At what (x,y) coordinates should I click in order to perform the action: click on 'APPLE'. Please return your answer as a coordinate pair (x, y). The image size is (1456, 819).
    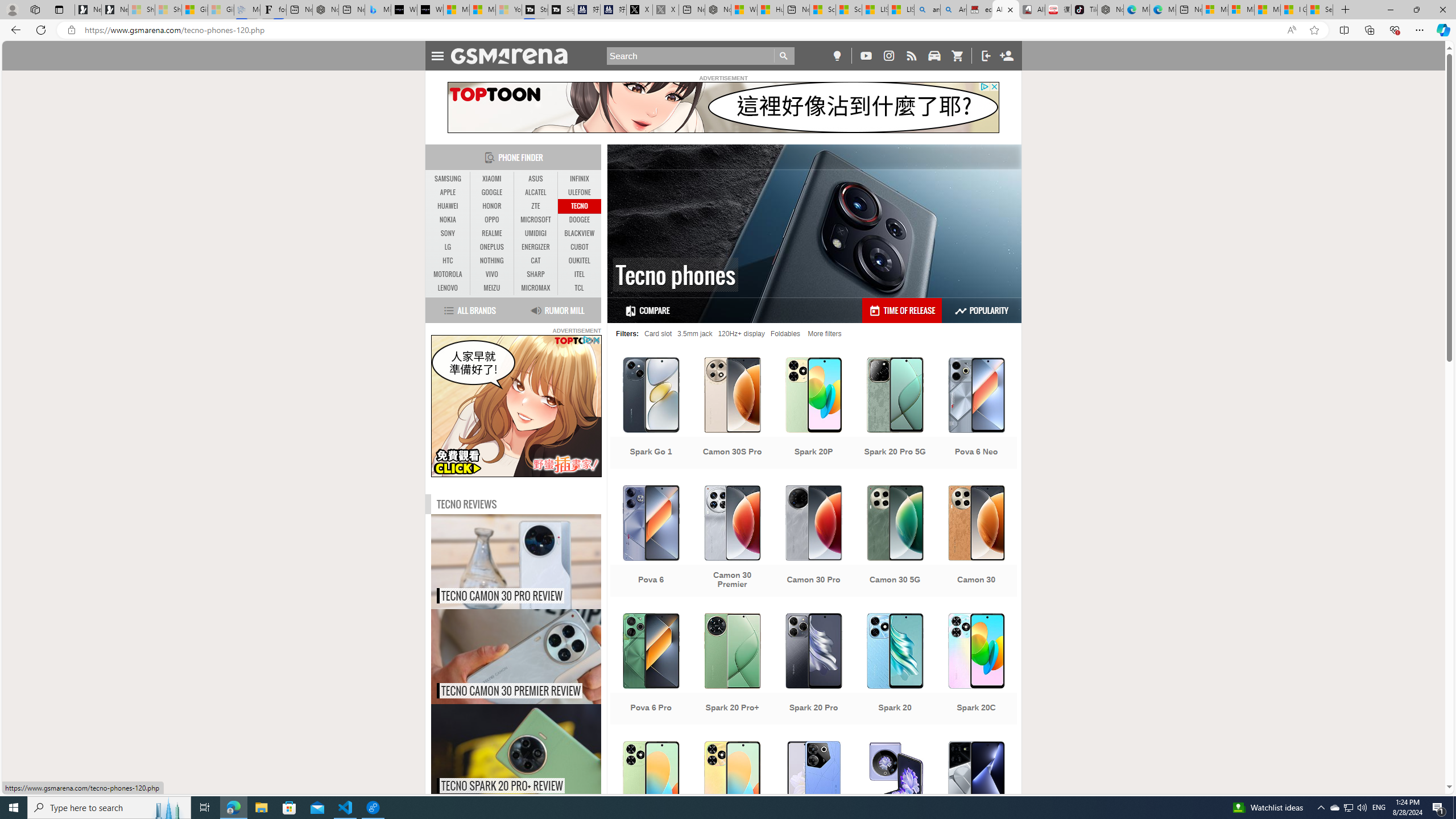
    Looking at the image, I should click on (448, 192).